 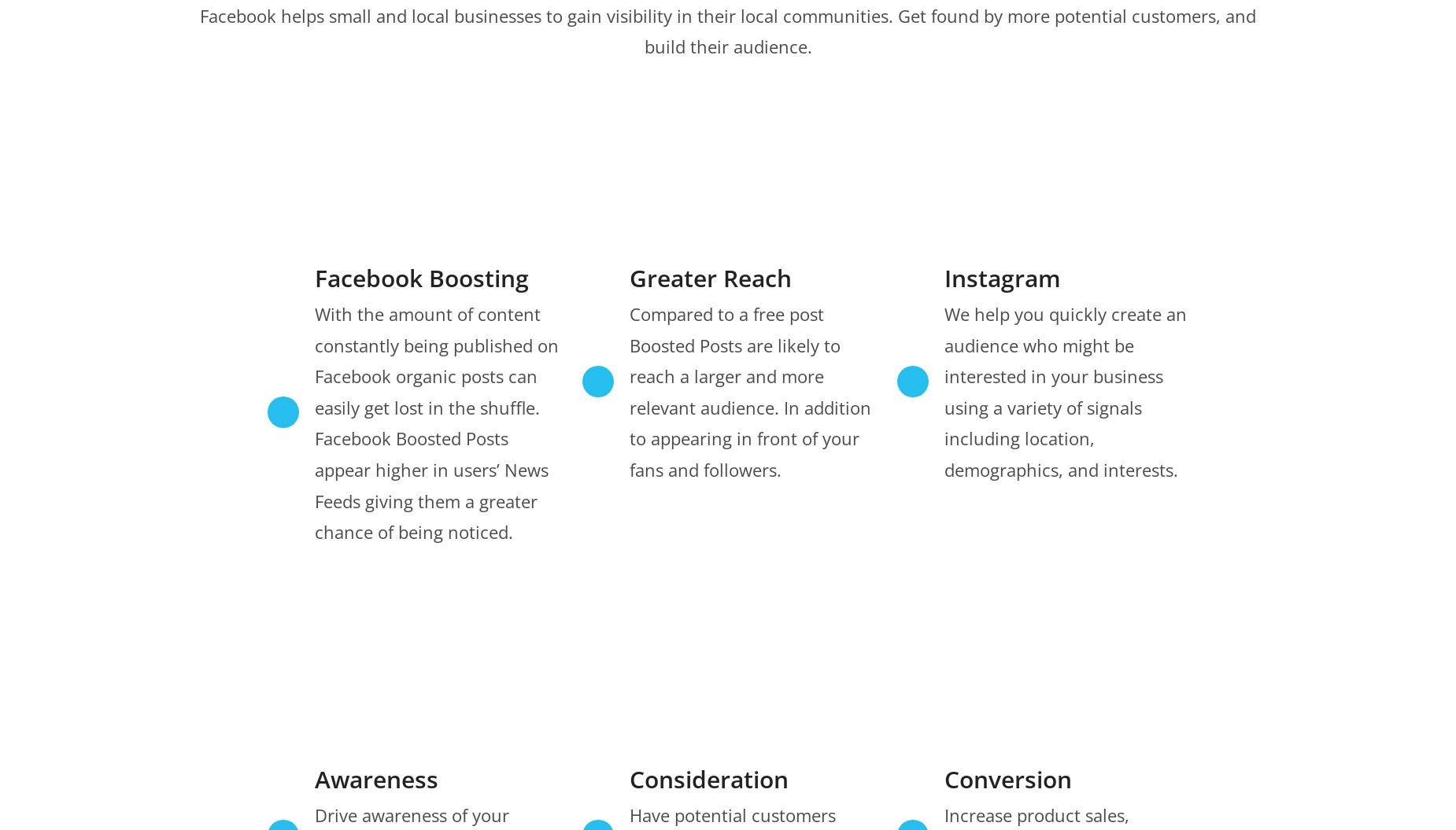 What do you see at coordinates (437, 422) in the screenshot?
I see `'With the amount of content constantly being published on Facebook organic posts can easily get lost in the shuffle. Facebook Boosted Posts appear higher in users’ News Feeds giving them a greater chance of being noticed.'` at bounding box center [437, 422].